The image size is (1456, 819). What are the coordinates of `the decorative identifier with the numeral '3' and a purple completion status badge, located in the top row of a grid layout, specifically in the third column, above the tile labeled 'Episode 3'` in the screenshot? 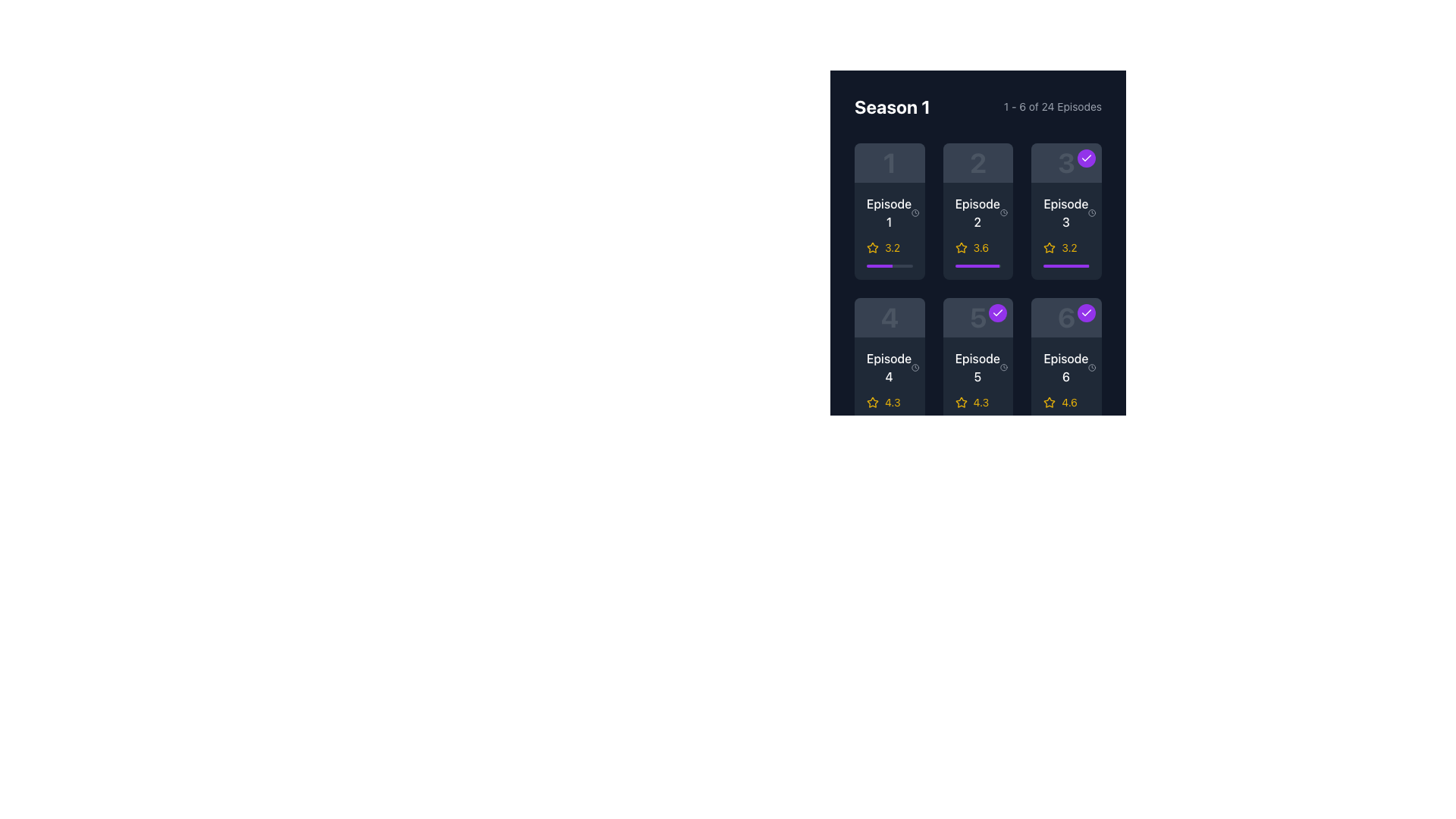 It's located at (1065, 163).